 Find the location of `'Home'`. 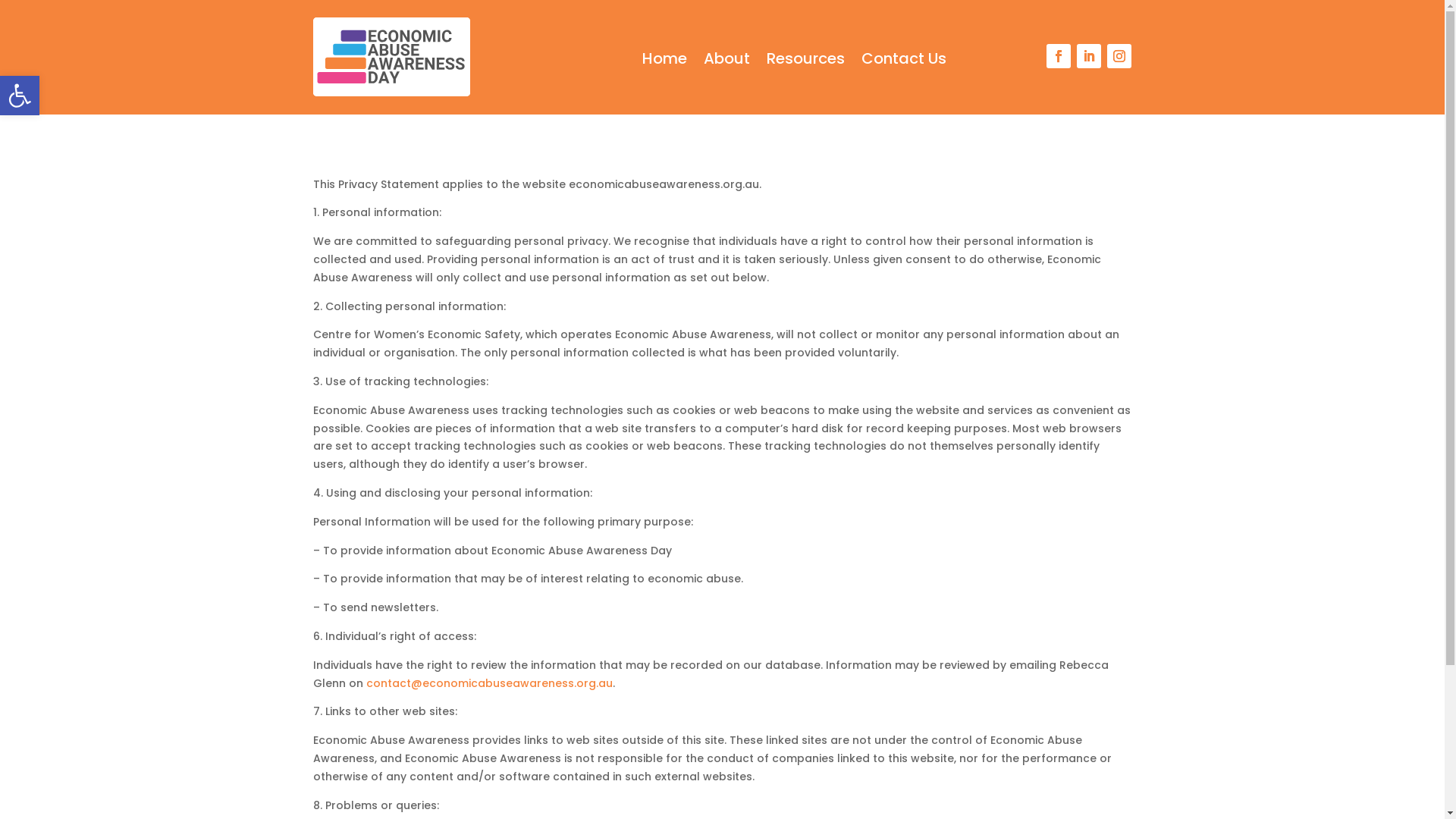

'Home' is located at coordinates (664, 61).